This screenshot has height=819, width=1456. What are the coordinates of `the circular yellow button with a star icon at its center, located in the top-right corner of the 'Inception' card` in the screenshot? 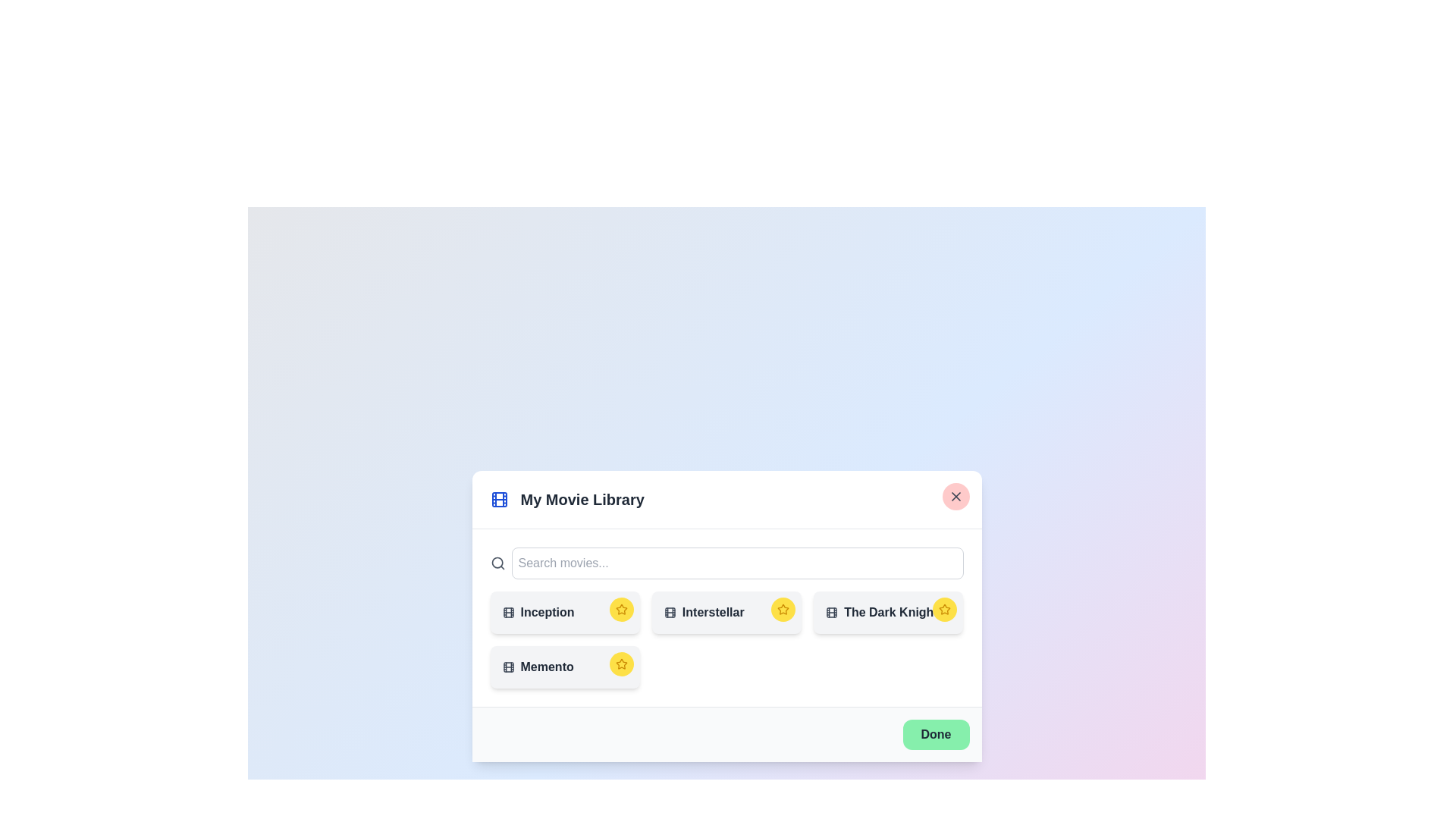 It's located at (621, 608).